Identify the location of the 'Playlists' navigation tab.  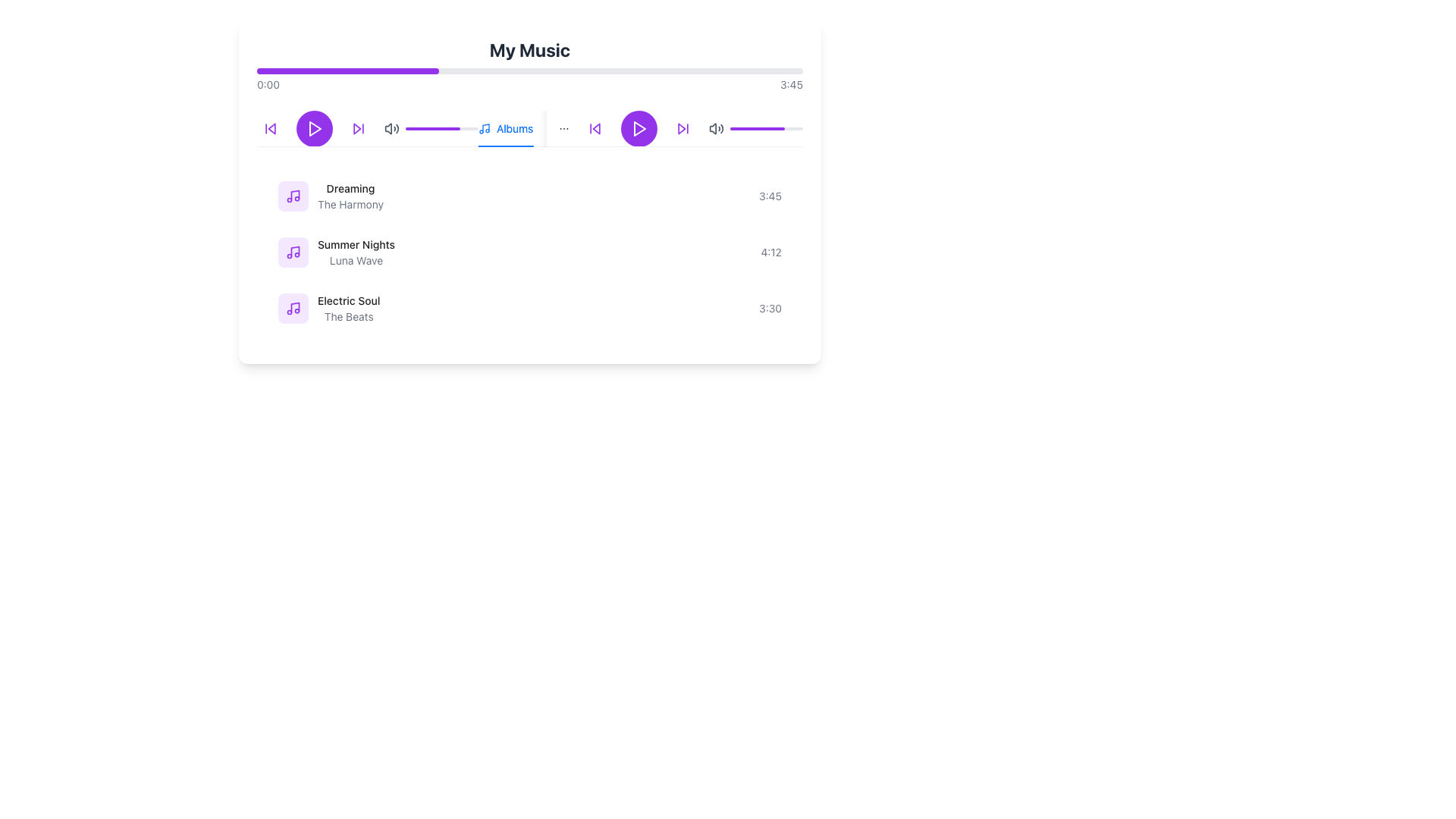
(661, 127).